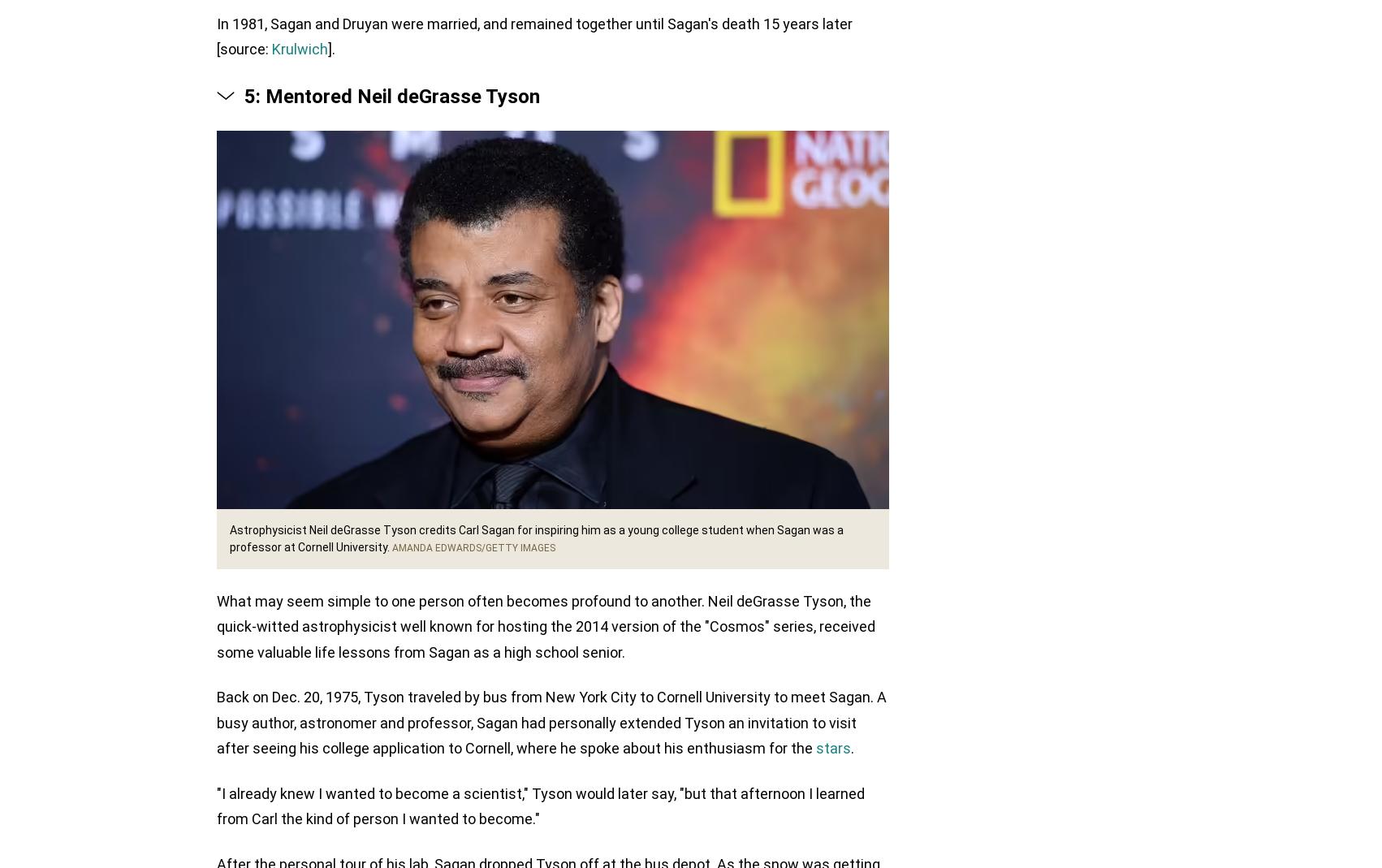 Image resolution: width=1382 pixels, height=868 pixels. I want to click on '5: Mentored Neil deGrasse Tyson', so click(391, 97).